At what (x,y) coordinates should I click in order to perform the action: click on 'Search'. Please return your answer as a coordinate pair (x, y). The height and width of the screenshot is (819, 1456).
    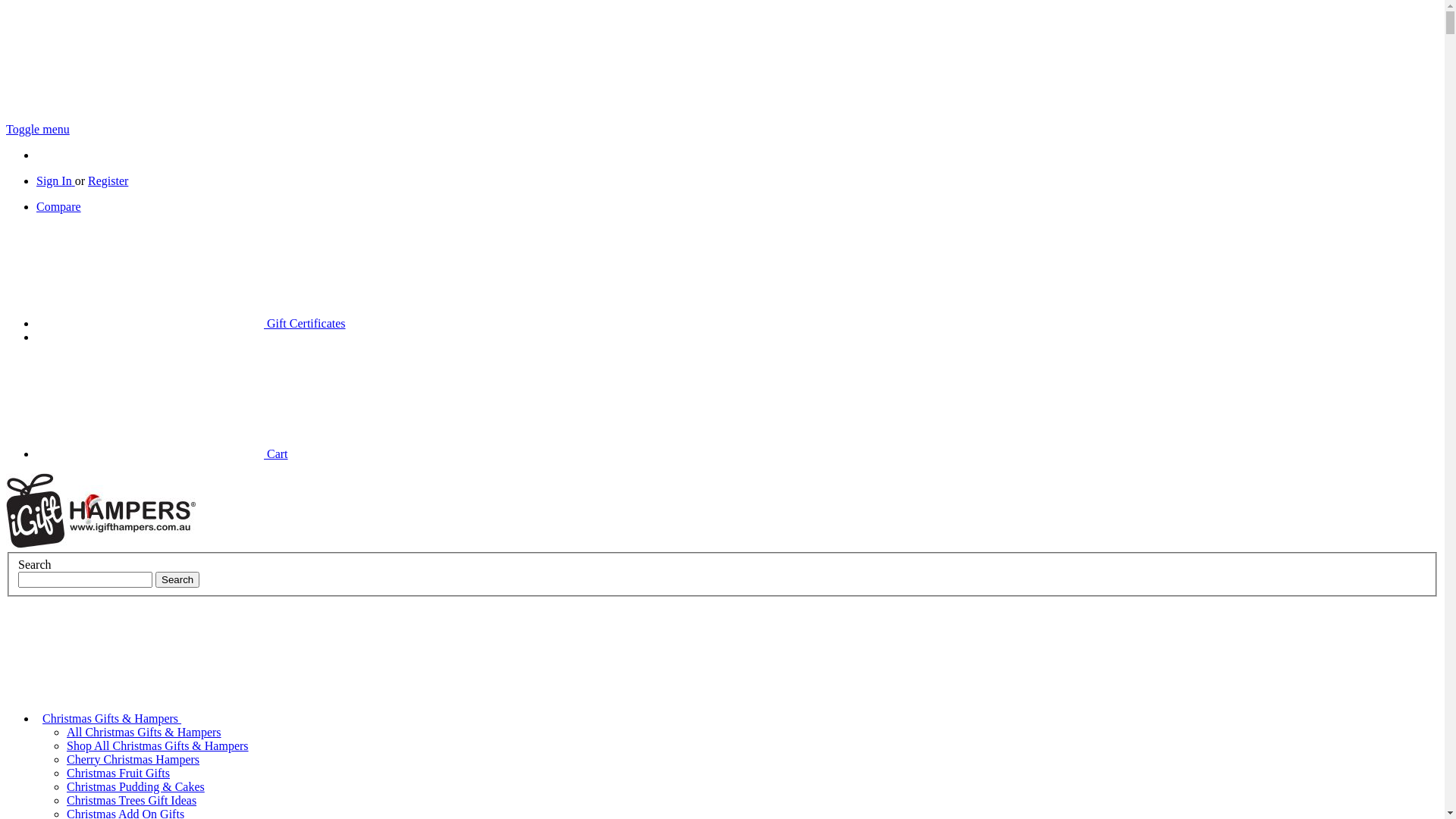
    Looking at the image, I should click on (177, 579).